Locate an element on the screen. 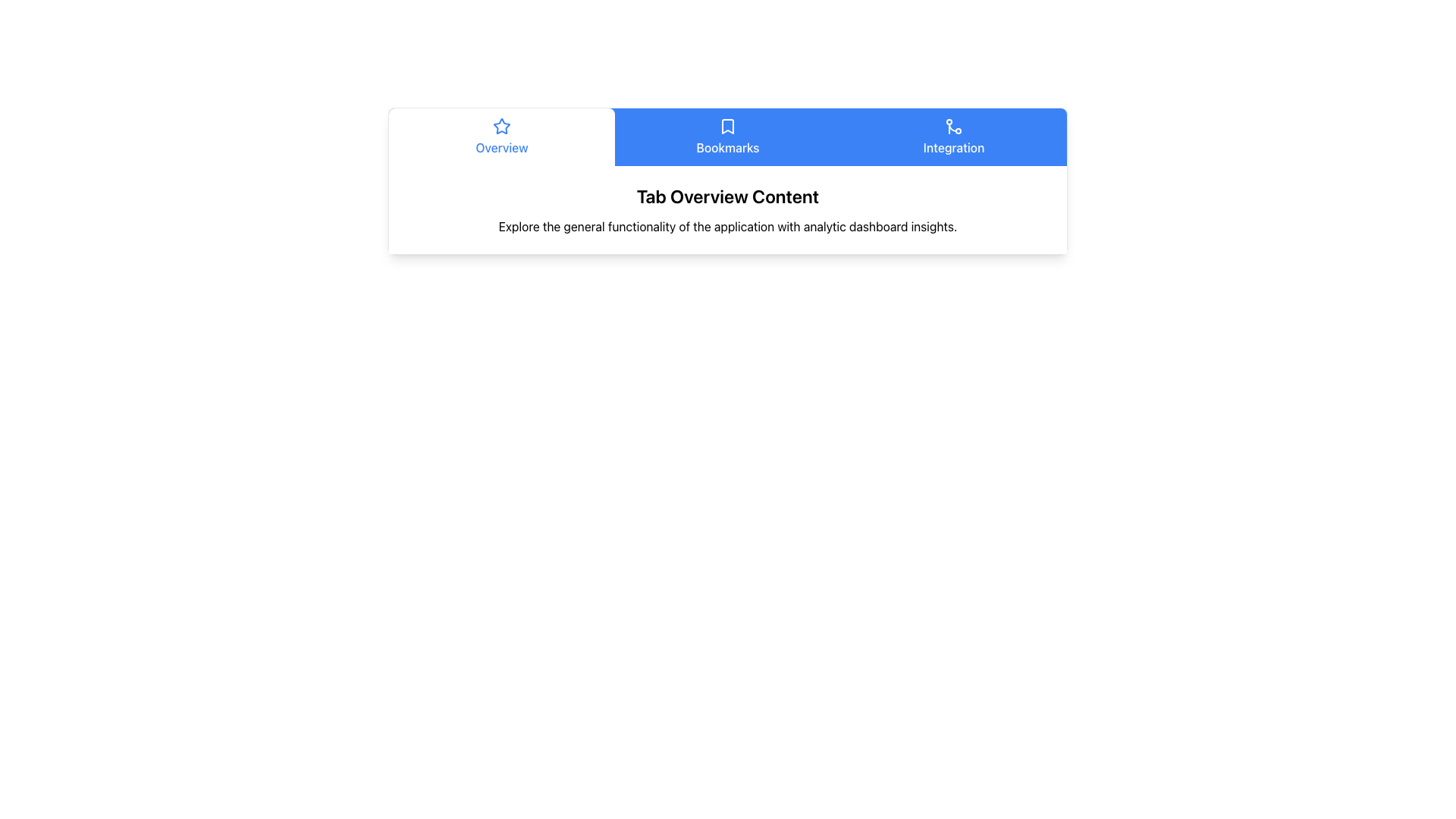  'Integration' tab icon located in the horizontal navigation bar, positioned to the left of the text 'Integration' is located at coordinates (952, 125).